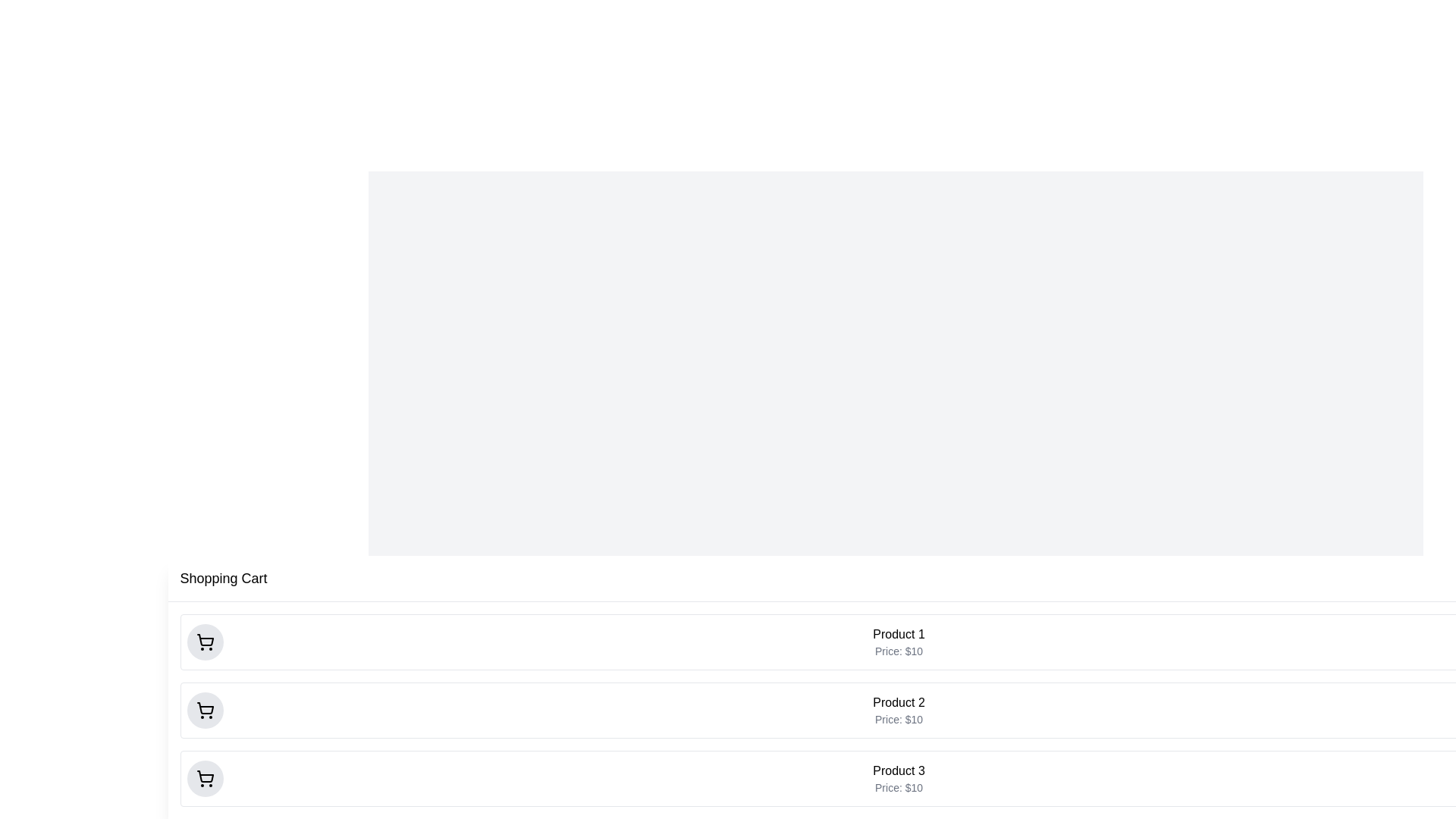 This screenshot has height=819, width=1456. I want to click on the shopping cart icon, so click(204, 711).